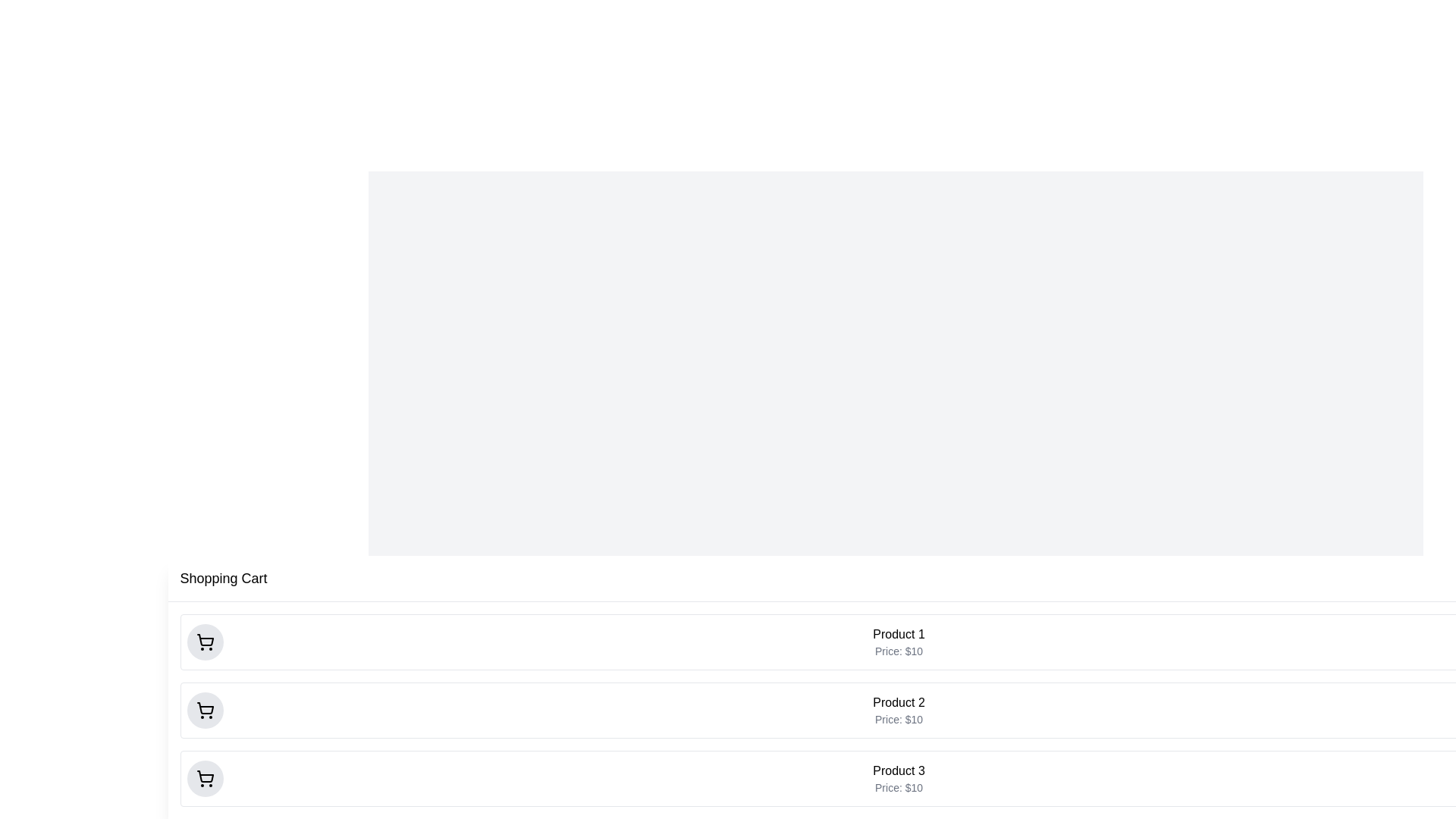 This screenshot has height=819, width=1456. I want to click on the shopping cart icon, so click(204, 711).